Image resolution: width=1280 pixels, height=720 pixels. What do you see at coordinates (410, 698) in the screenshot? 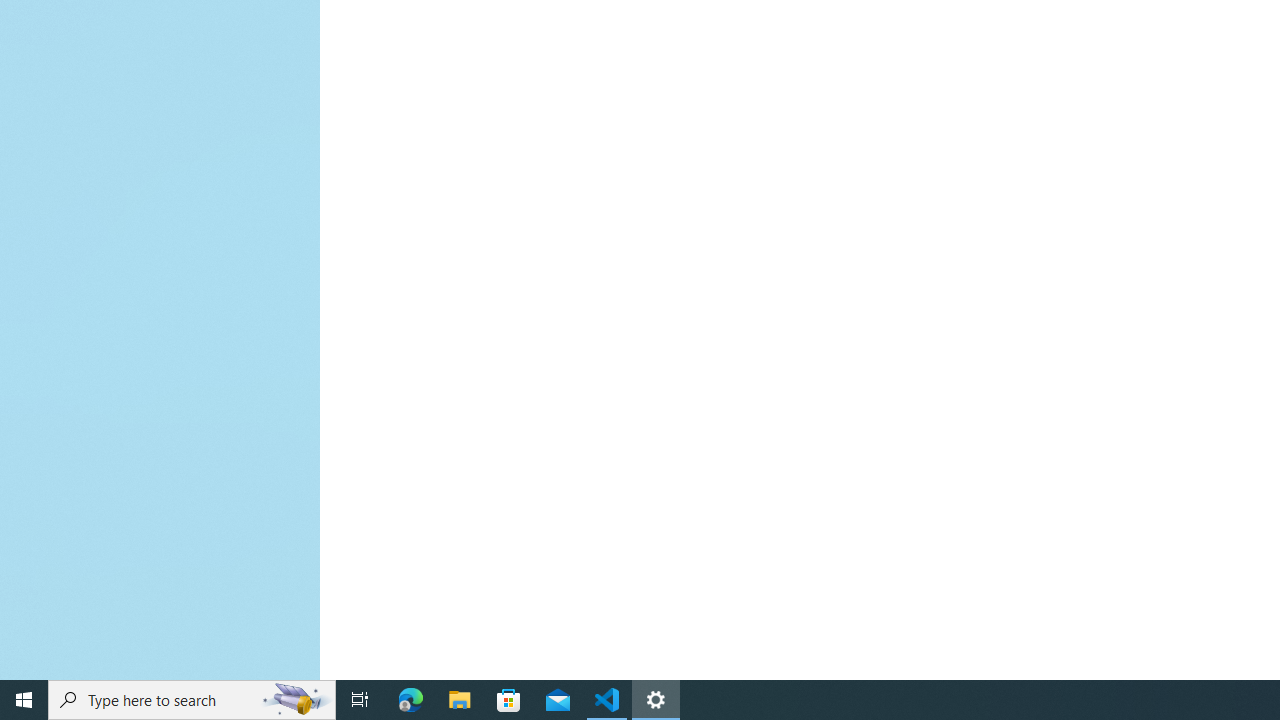
I see `'Microsoft Edge'` at bounding box center [410, 698].